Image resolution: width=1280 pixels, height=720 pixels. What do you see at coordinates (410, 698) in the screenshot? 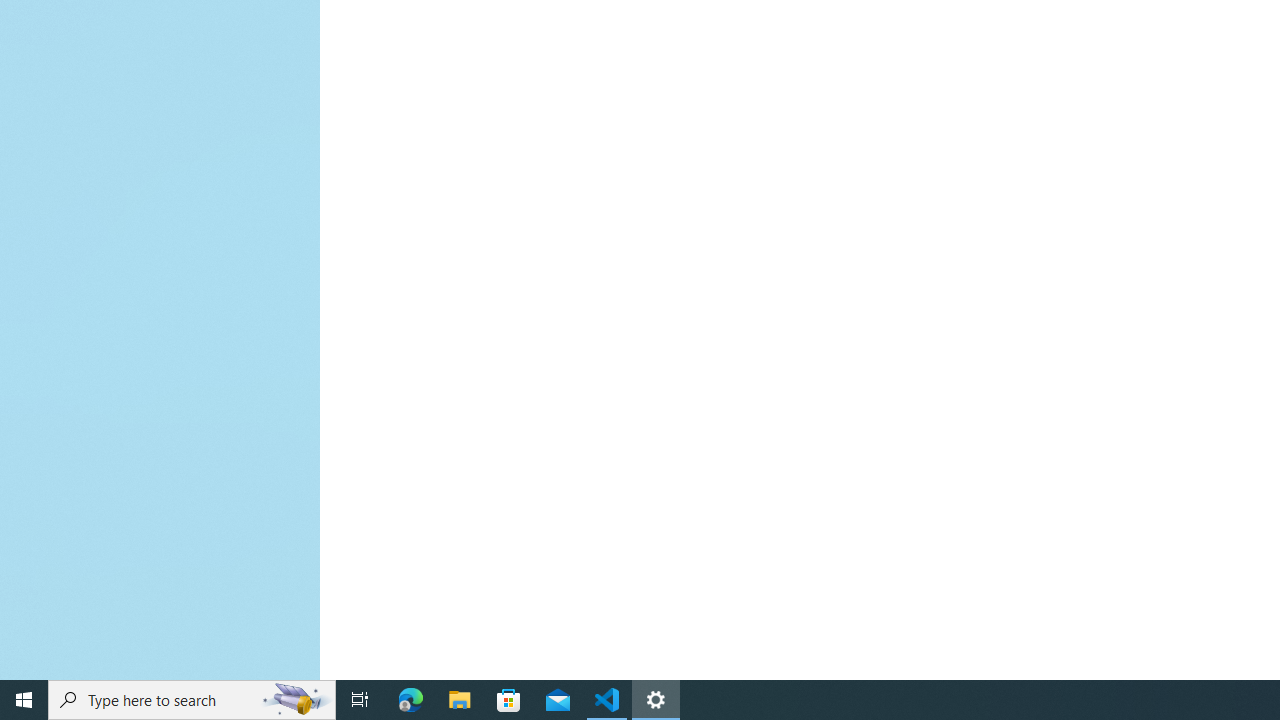
I see `'Microsoft Edge'` at bounding box center [410, 698].